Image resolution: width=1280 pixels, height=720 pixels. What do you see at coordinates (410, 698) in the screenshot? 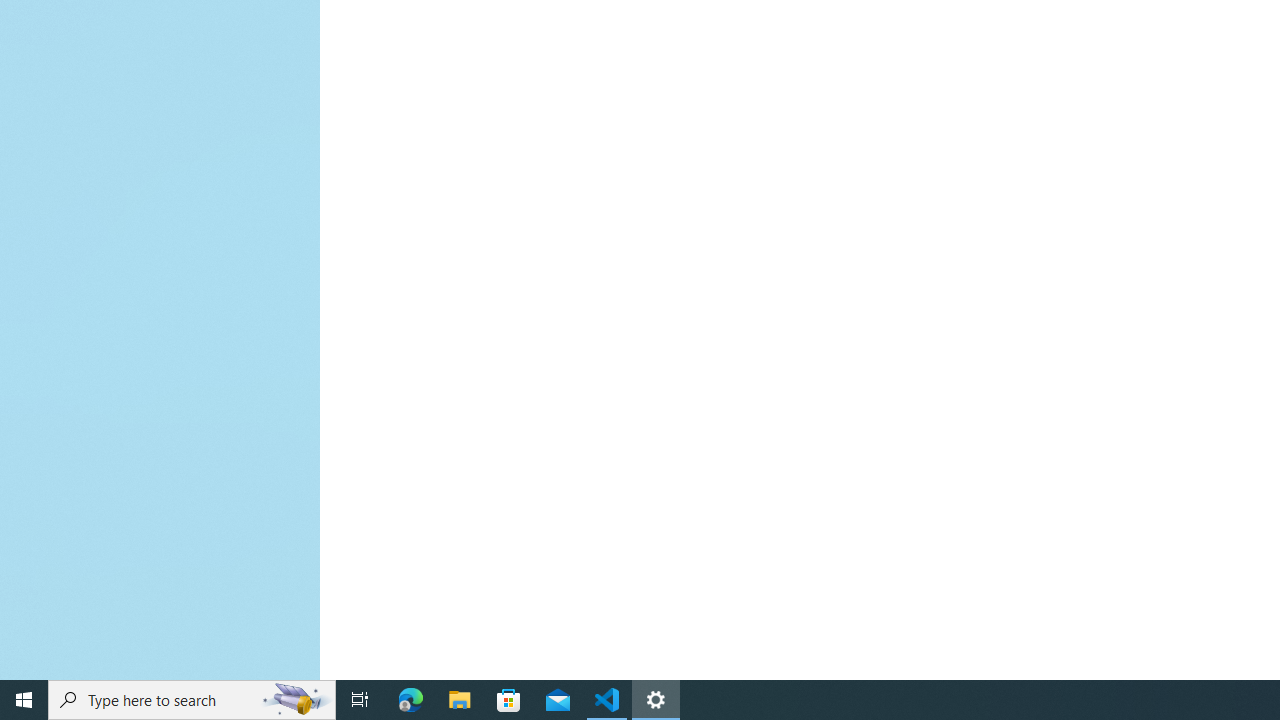
I see `'Microsoft Edge'` at bounding box center [410, 698].